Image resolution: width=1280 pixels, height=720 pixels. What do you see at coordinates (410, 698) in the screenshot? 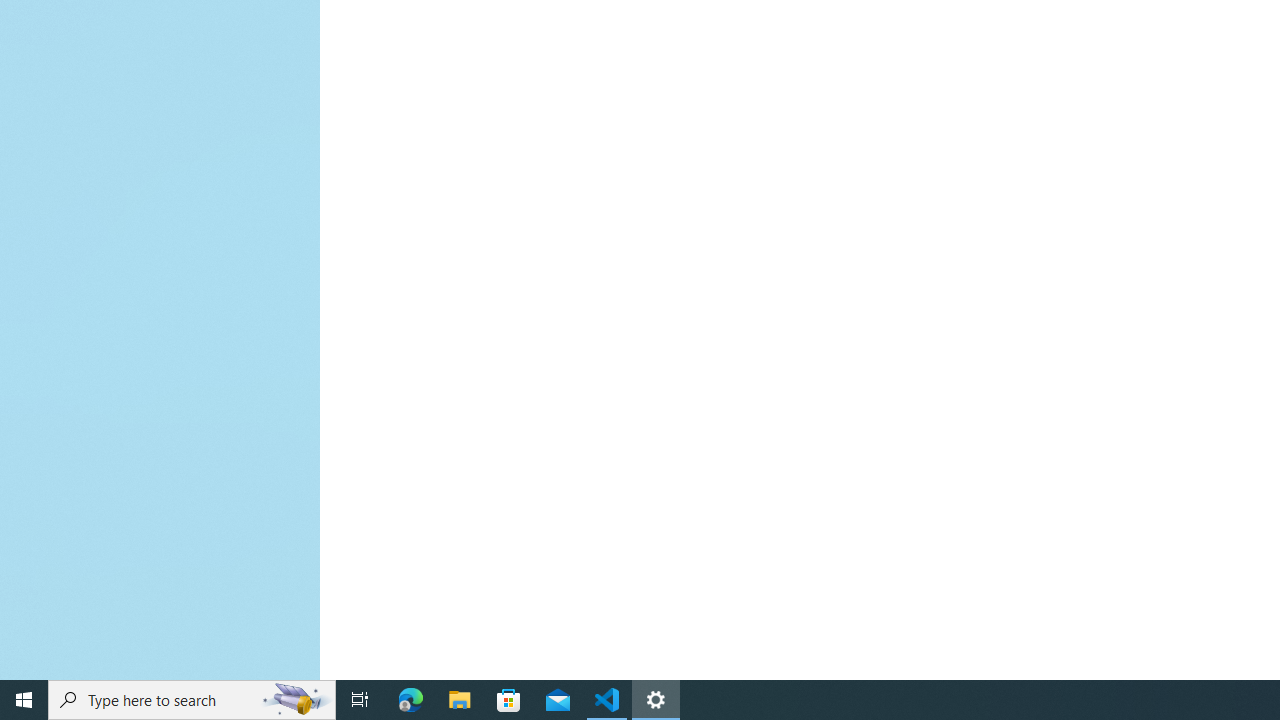
I see `'Microsoft Edge'` at bounding box center [410, 698].